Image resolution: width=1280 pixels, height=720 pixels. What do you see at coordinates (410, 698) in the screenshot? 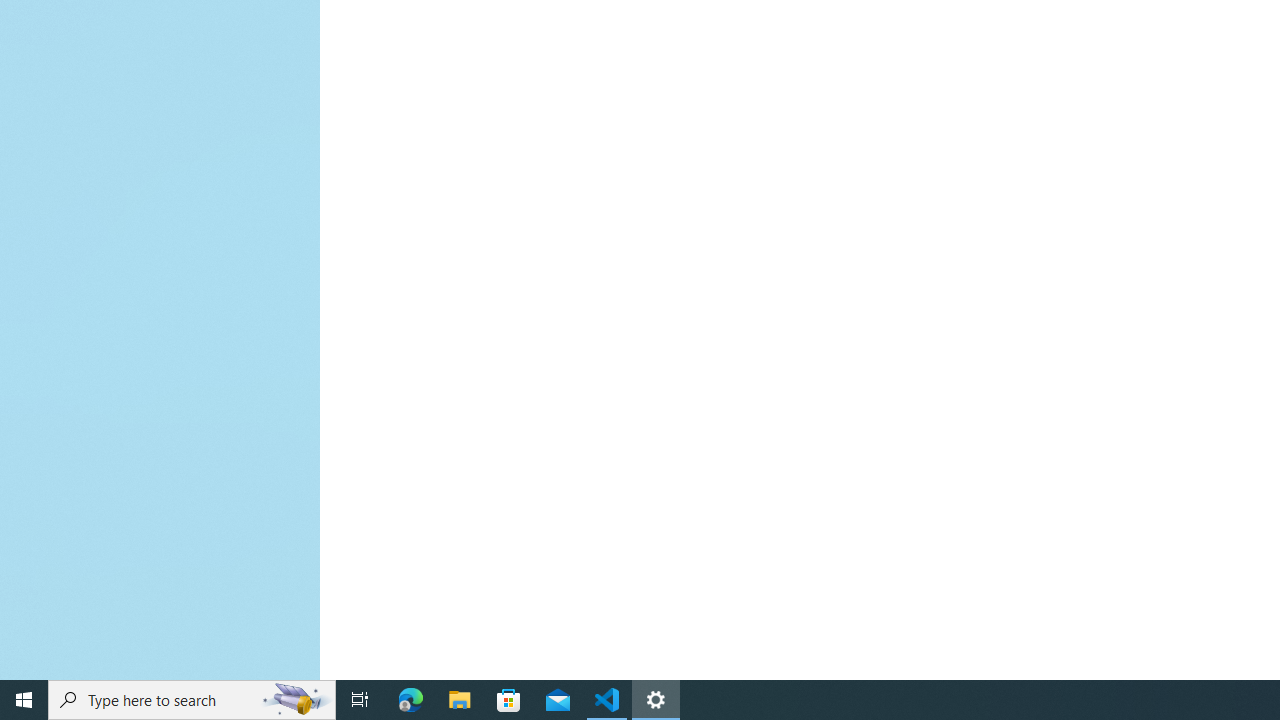
I see `'Microsoft Edge'` at bounding box center [410, 698].